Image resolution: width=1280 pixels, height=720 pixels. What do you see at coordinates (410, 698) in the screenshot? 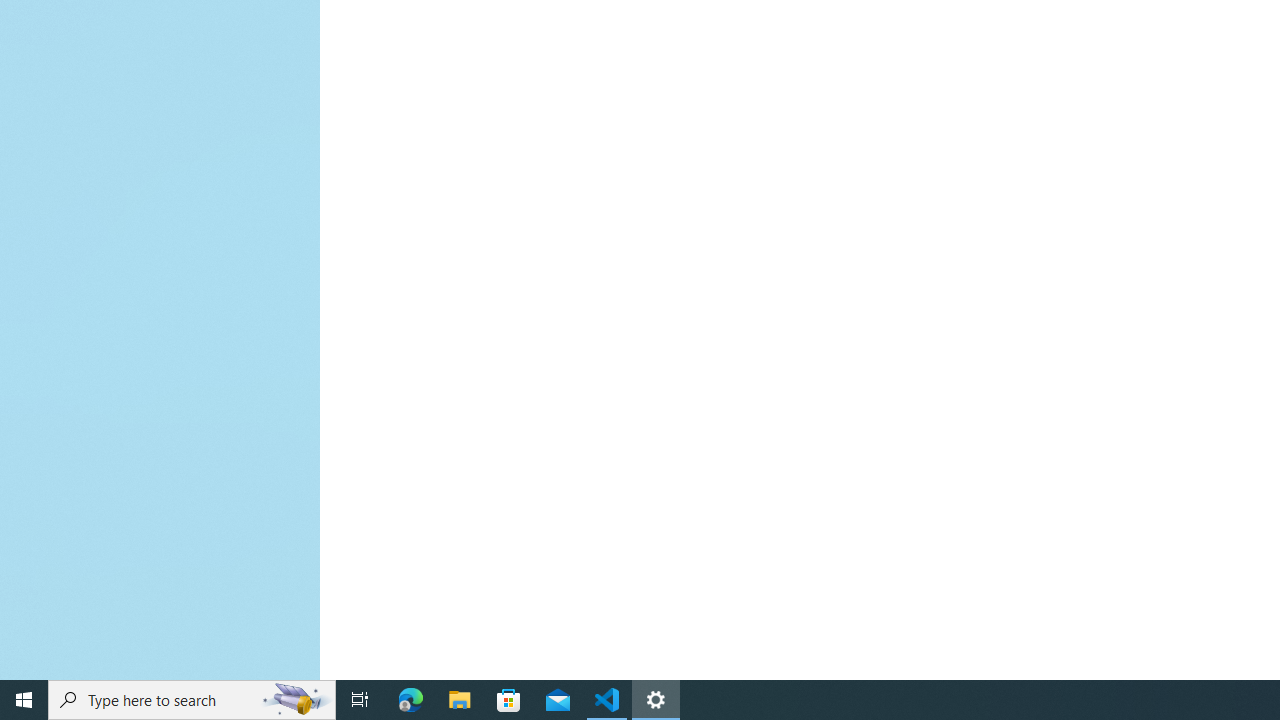
I see `'Microsoft Edge'` at bounding box center [410, 698].